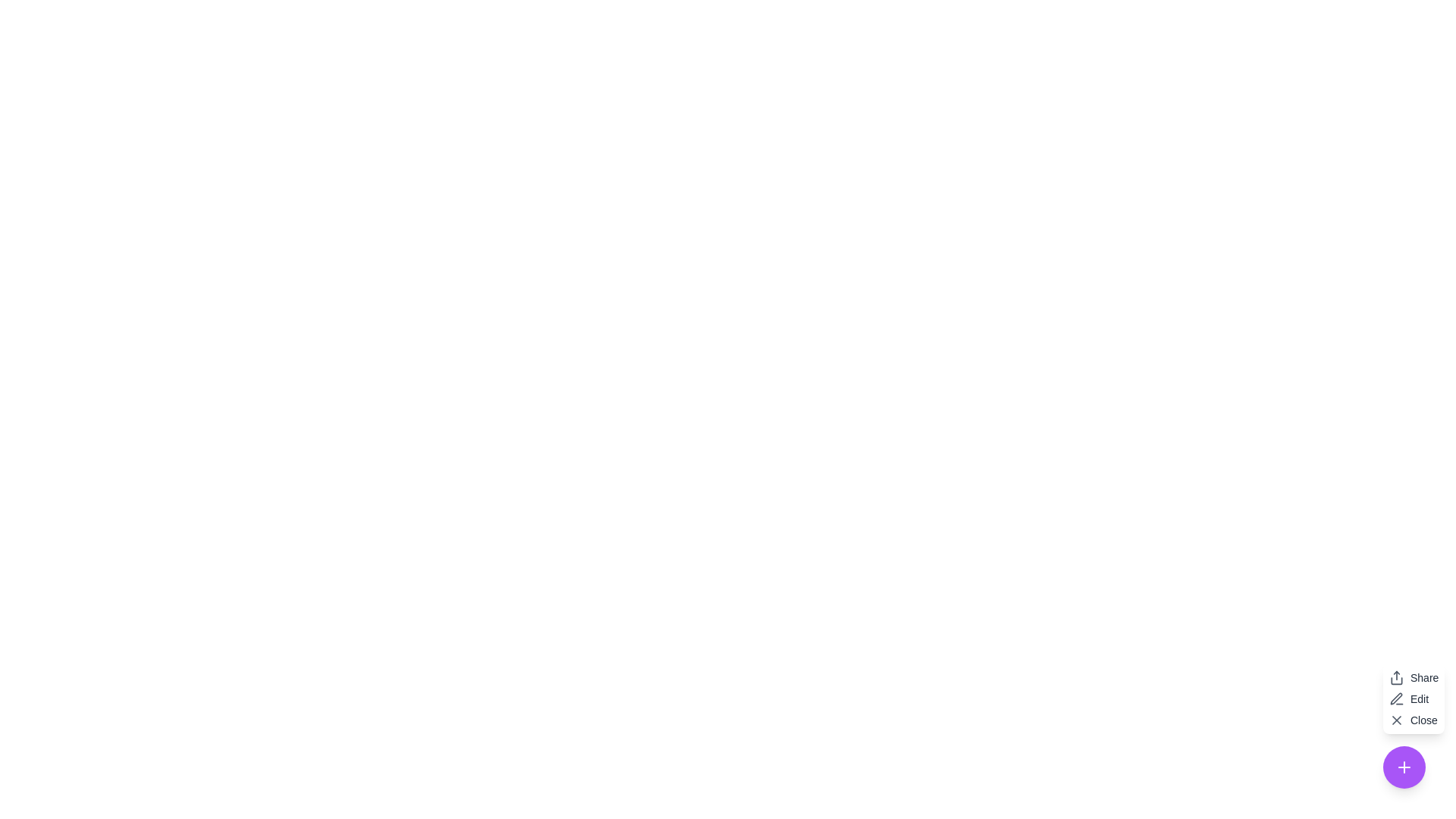  I want to click on the upward-pointing arrow icon button, which is styled with a thin stroke design and located to the left of the 'Share' label, to initiate a sharing action, so click(1396, 677).